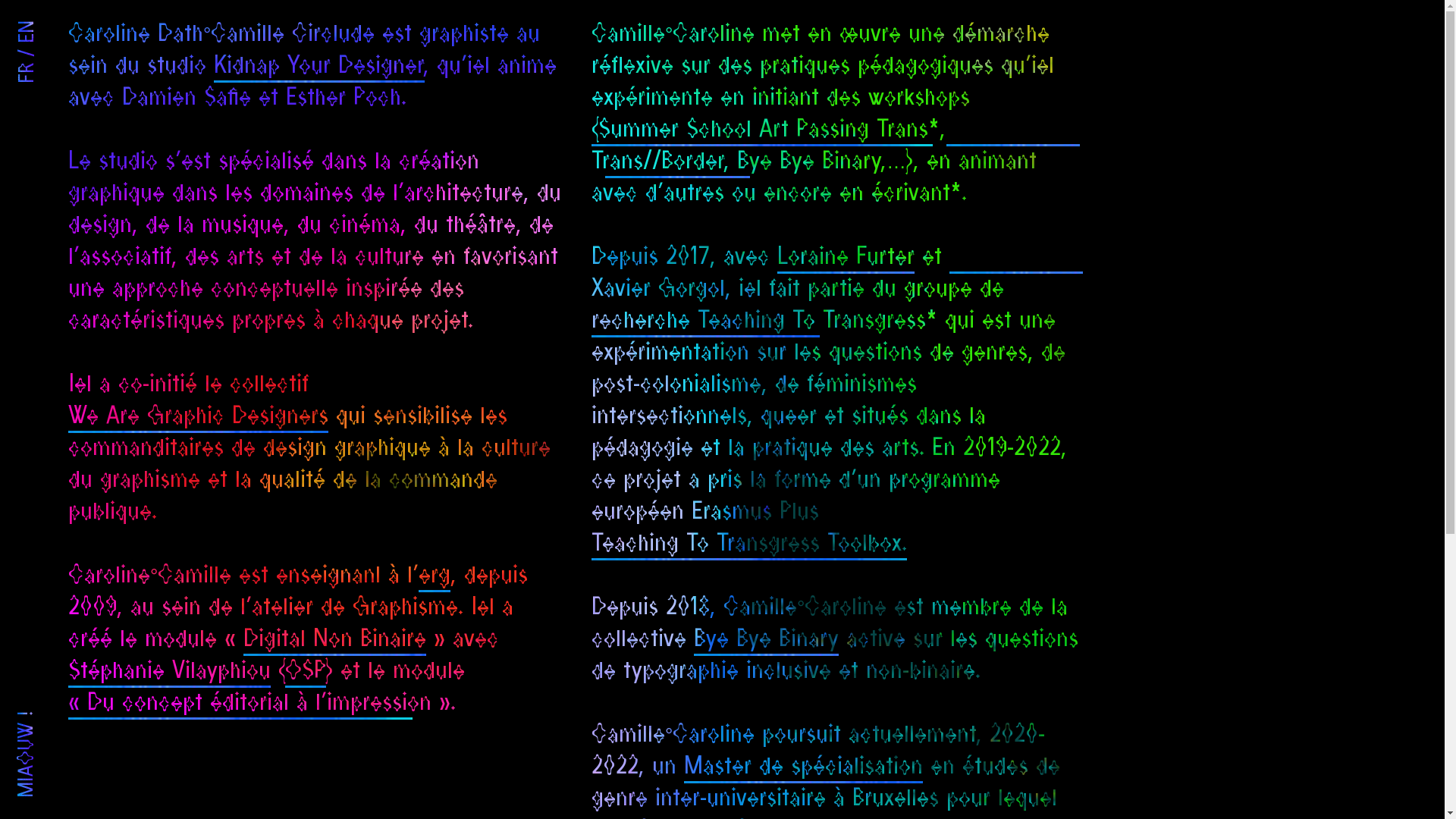 This screenshot has width=1456, height=819. What do you see at coordinates (693, 640) in the screenshot?
I see `'Bye Bye Binary'` at bounding box center [693, 640].